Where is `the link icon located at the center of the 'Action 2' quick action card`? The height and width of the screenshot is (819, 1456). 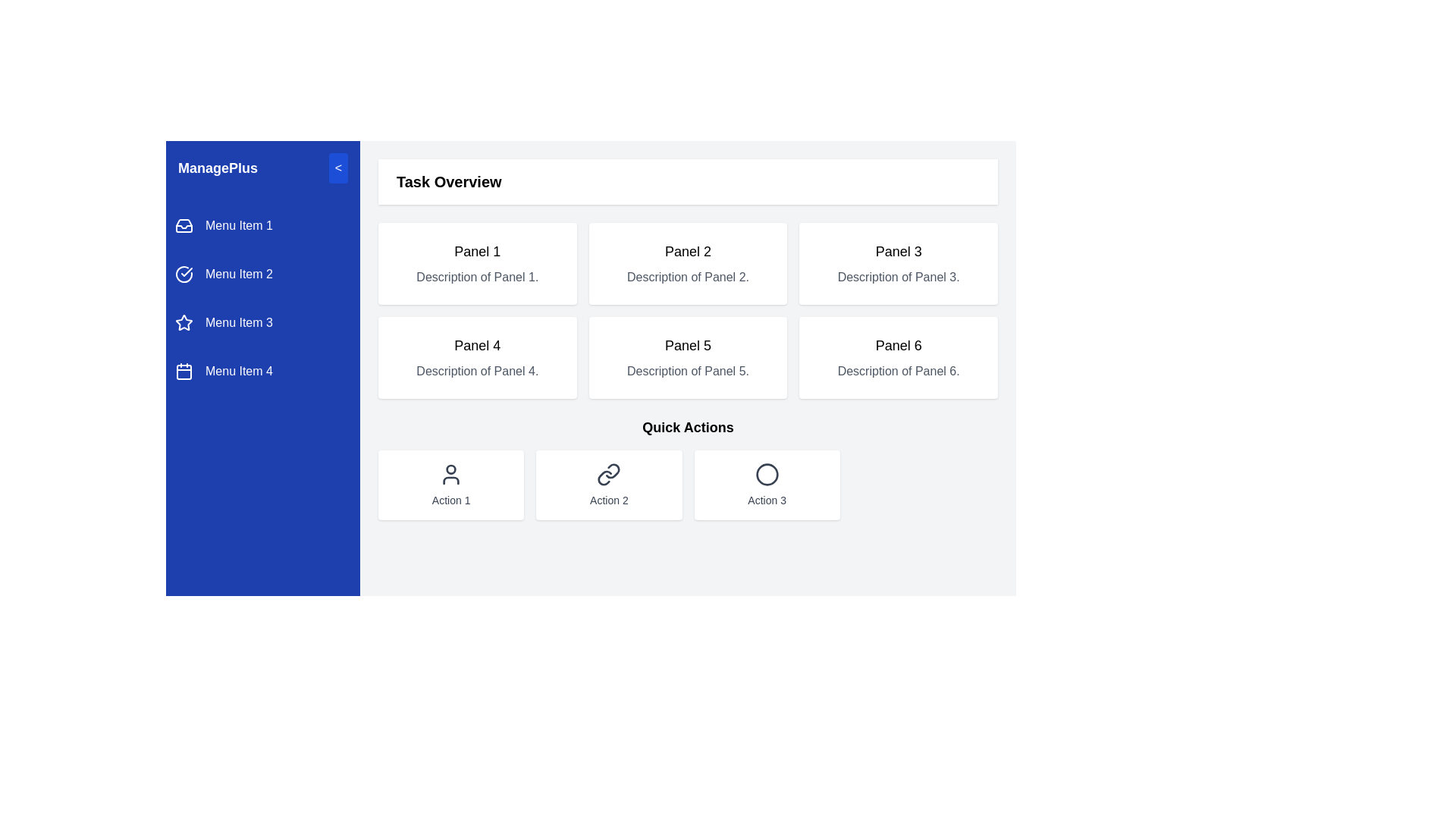 the link icon located at the center of the 'Action 2' quick action card is located at coordinates (609, 473).